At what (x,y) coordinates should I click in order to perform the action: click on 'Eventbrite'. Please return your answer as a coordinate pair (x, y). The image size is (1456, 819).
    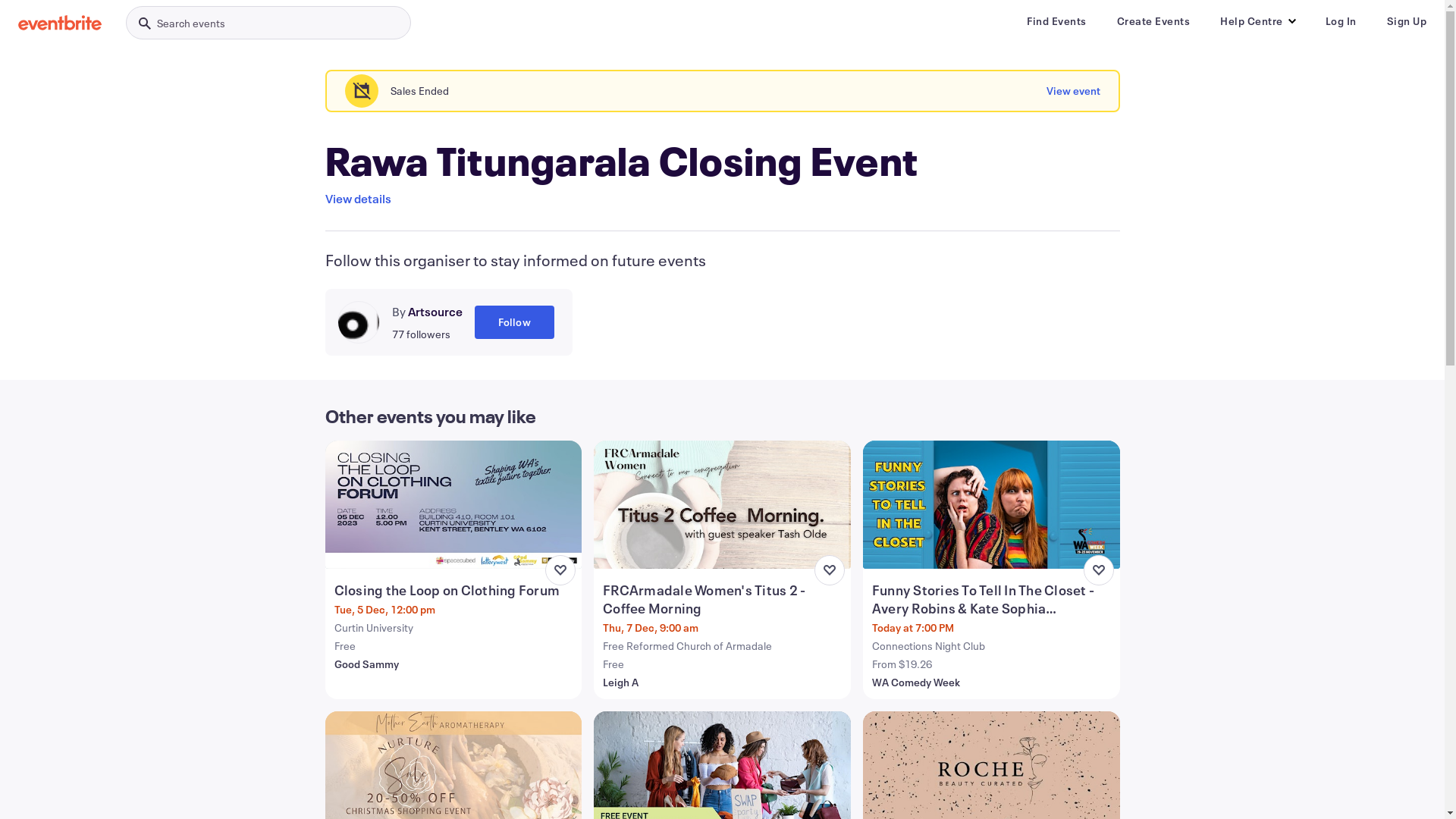
    Looking at the image, I should click on (59, 23).